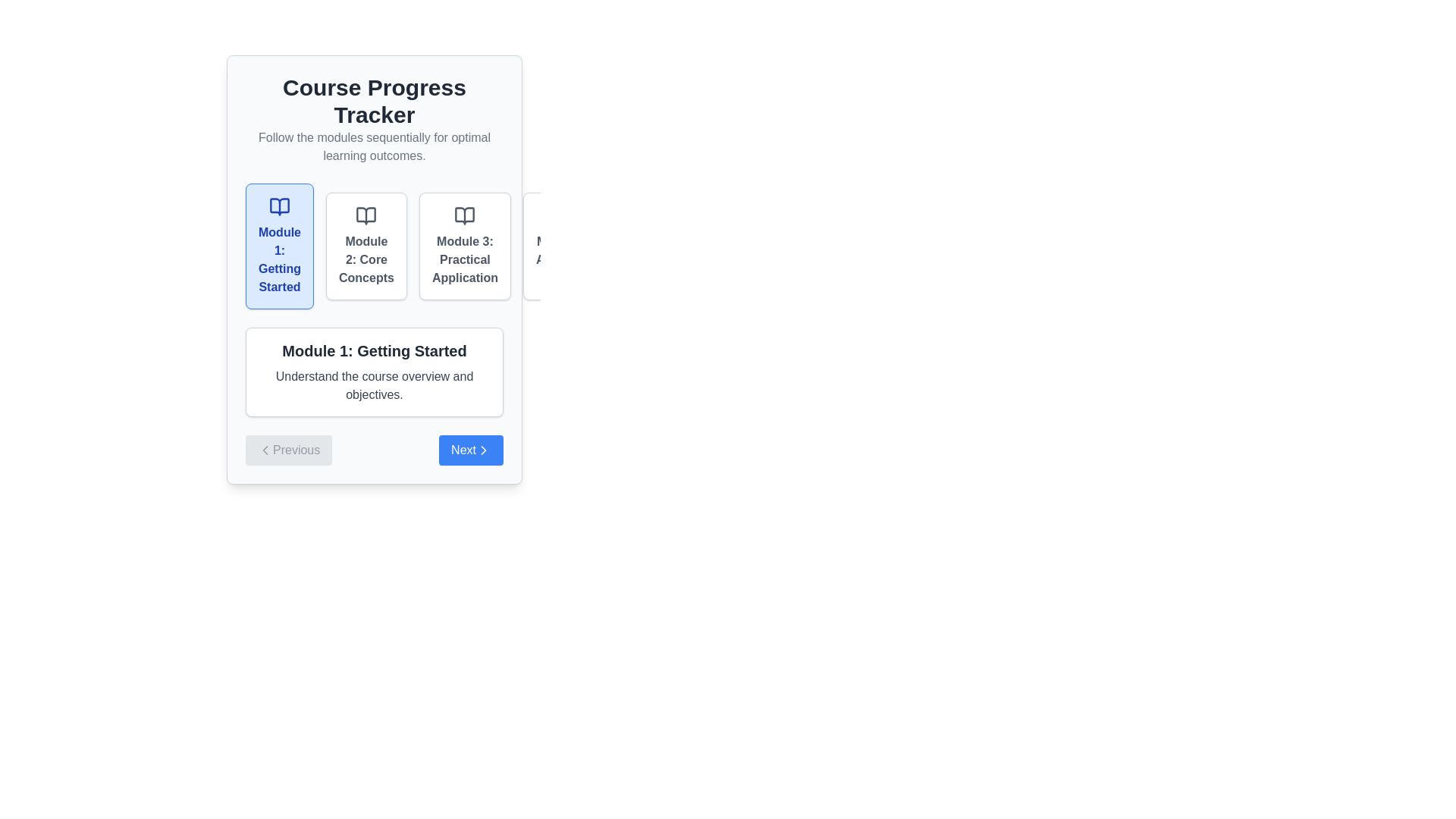 This screenshot has height=819, width=1456. Describe the element at coordinates (464, 216) in the screenshot. I see `the stylized book icon representing 'Module 3: Practical Application' located centrally above its label within the card` at that location.